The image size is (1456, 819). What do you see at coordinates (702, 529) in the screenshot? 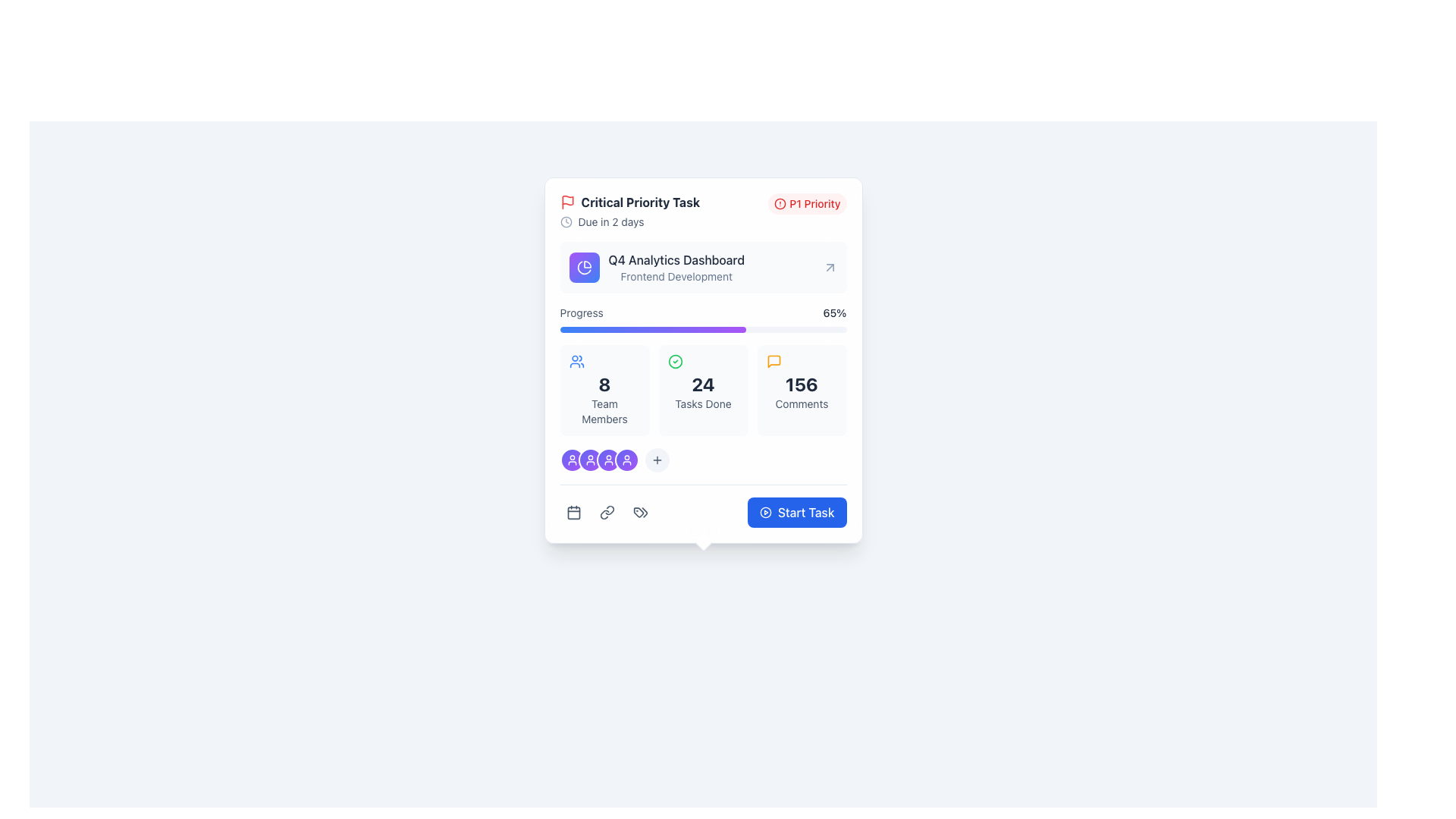
I see `the small, circular, white Decorative Dot located at the bottom center of the user interface card` at bounding box center [702, 529].